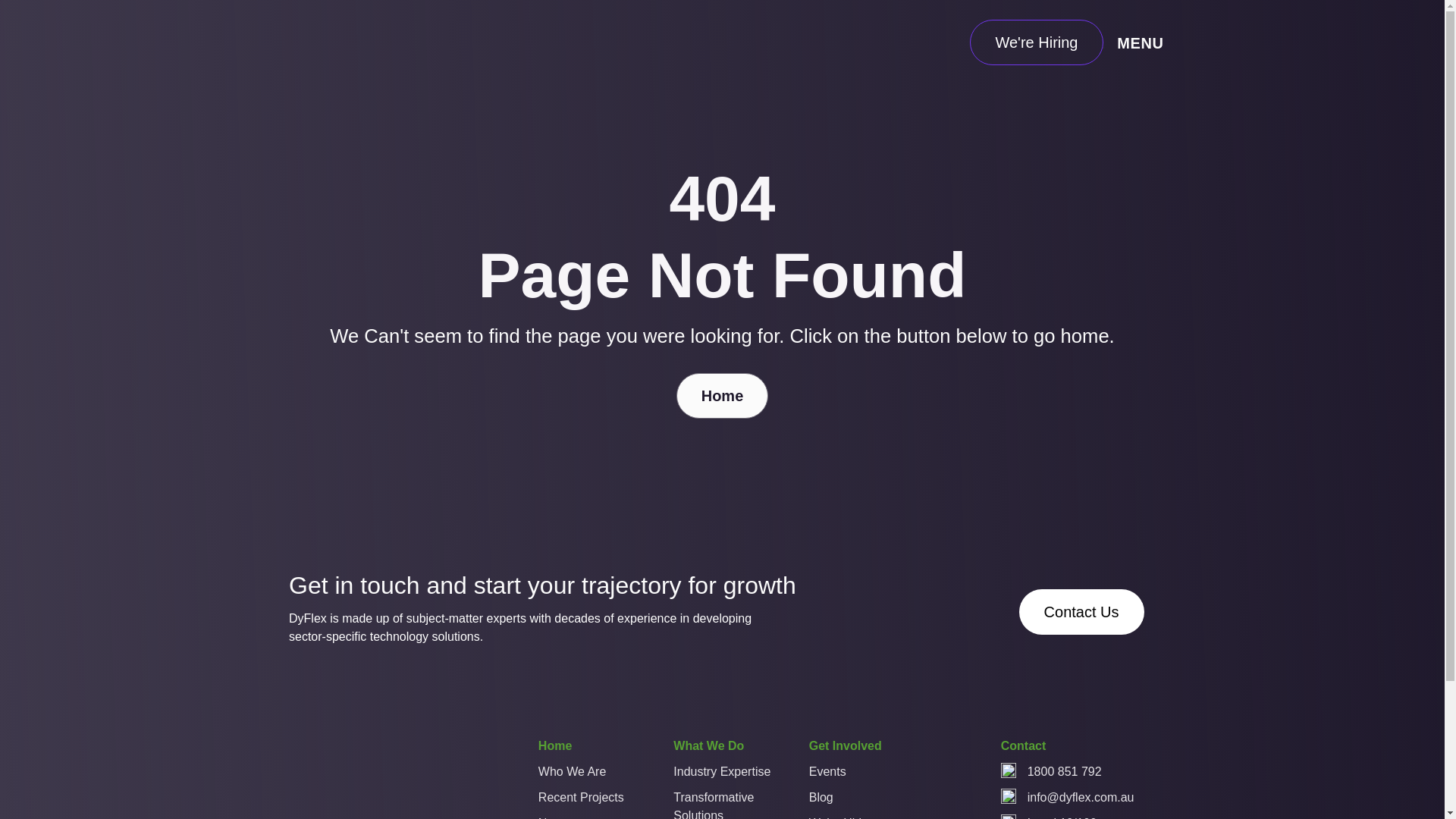 The height and width of the screenshot is (819, 1456). Describe the element at coordinates (1080, 797) in the screenshot. I see `'info@dyflex.com.au'` at that location.